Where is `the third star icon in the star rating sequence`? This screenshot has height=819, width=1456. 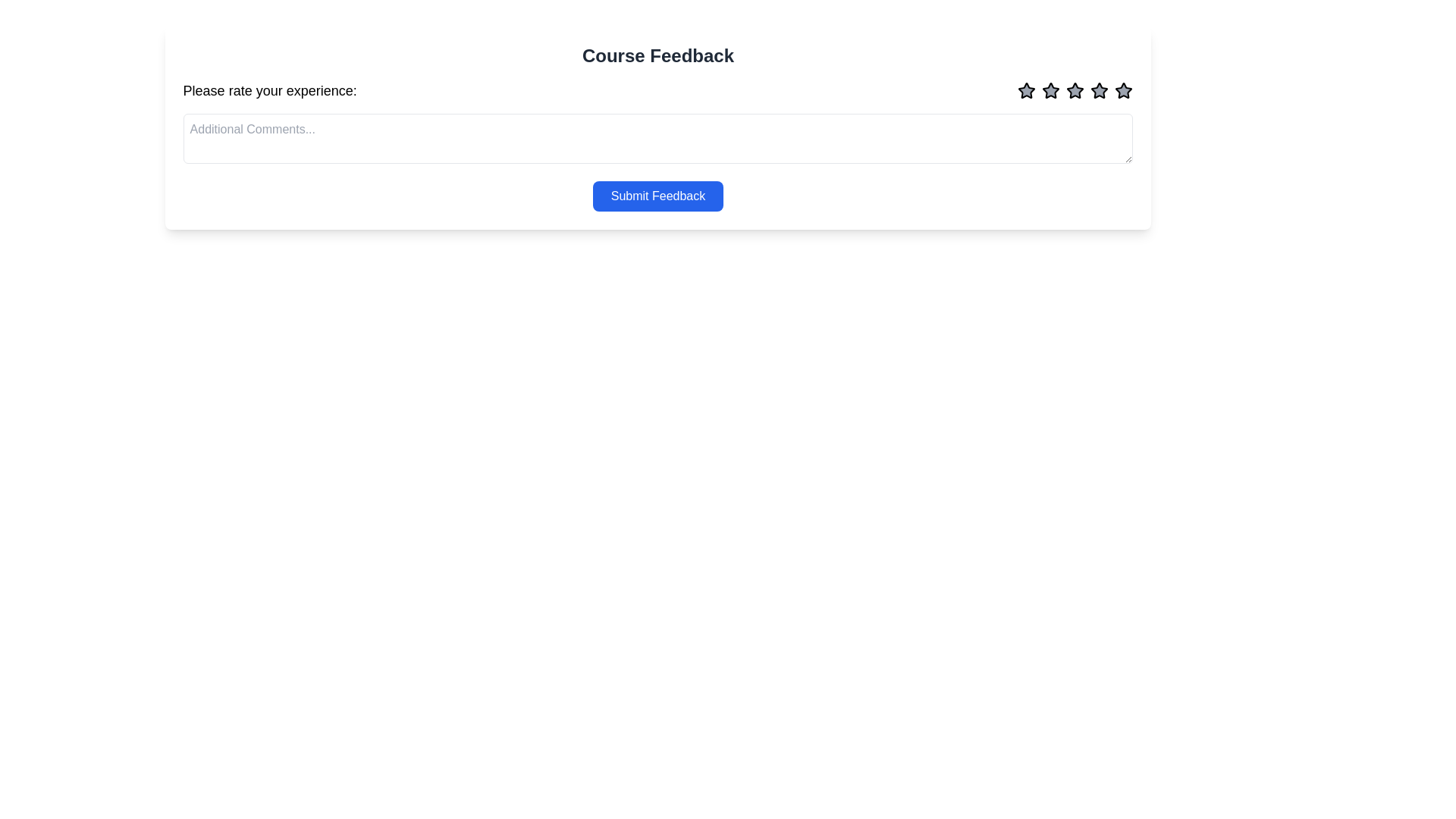
the third star icon in the star rating sequence is located at coordinates (1050, 90).